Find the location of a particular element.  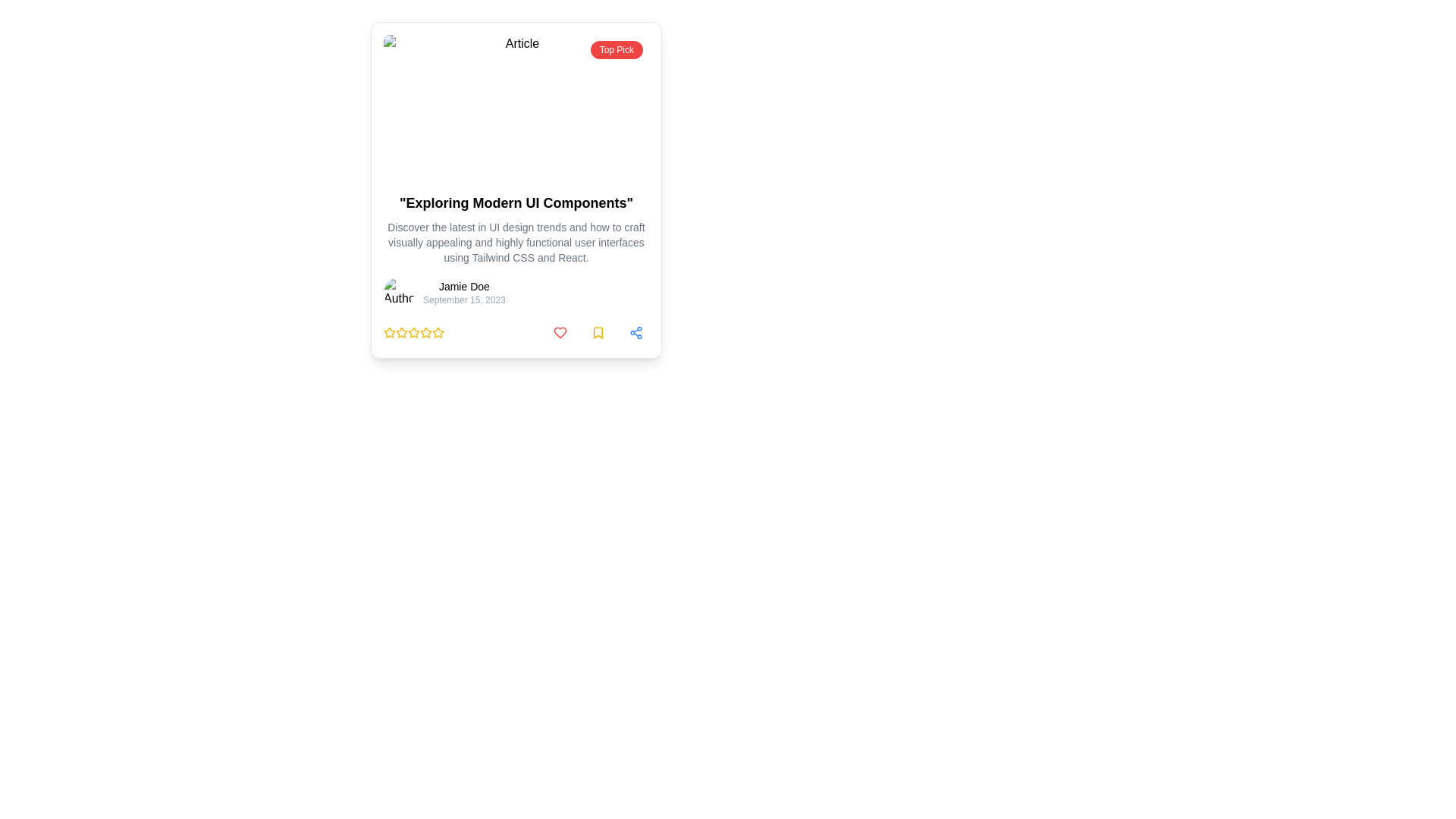

the third yellow outlined star icon in the group of five stars located below the article title and author information is located at coordinates (414, 331).